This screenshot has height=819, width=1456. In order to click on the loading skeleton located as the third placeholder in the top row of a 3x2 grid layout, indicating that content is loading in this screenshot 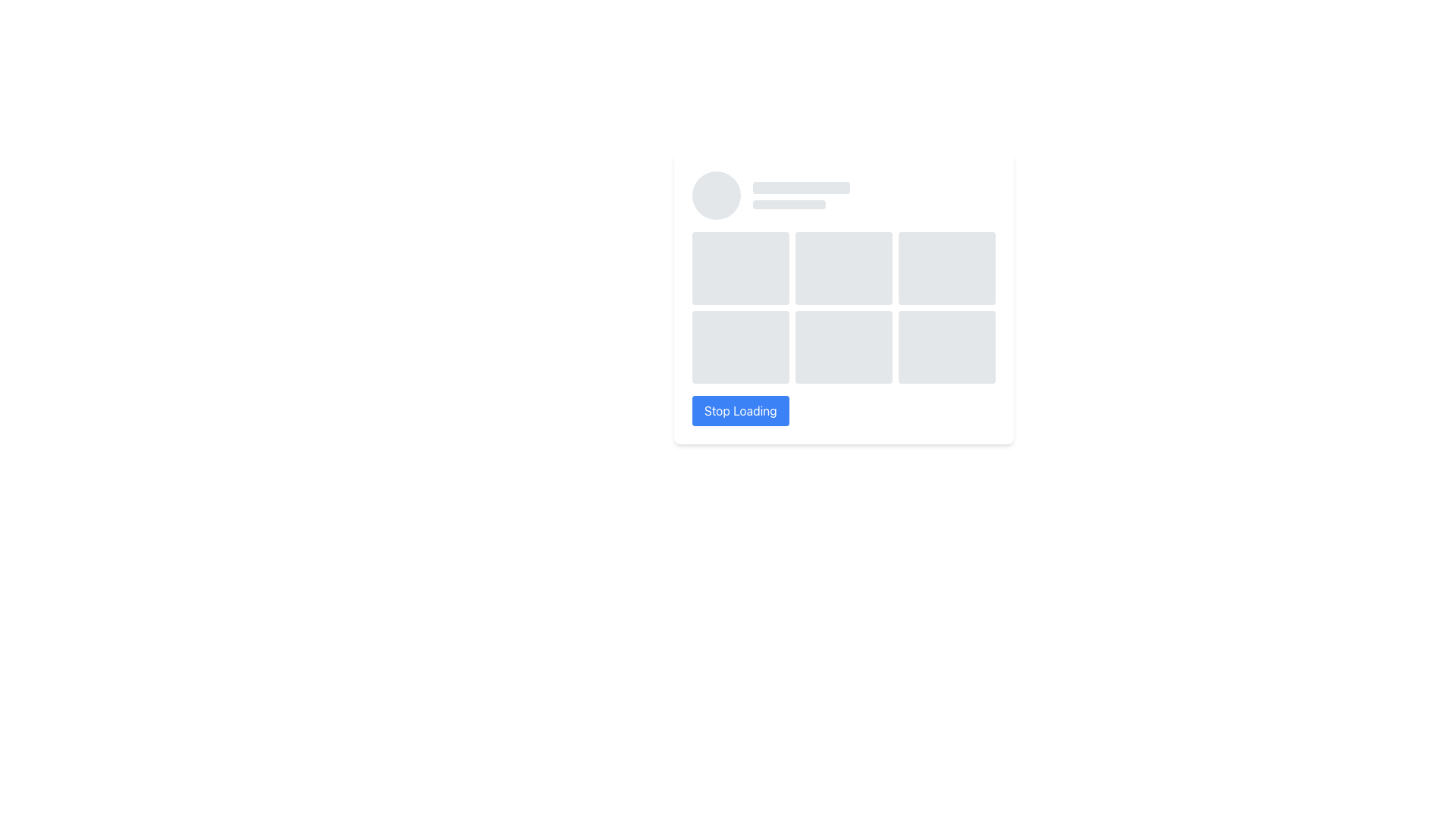, I will do `click(946, 268)`.